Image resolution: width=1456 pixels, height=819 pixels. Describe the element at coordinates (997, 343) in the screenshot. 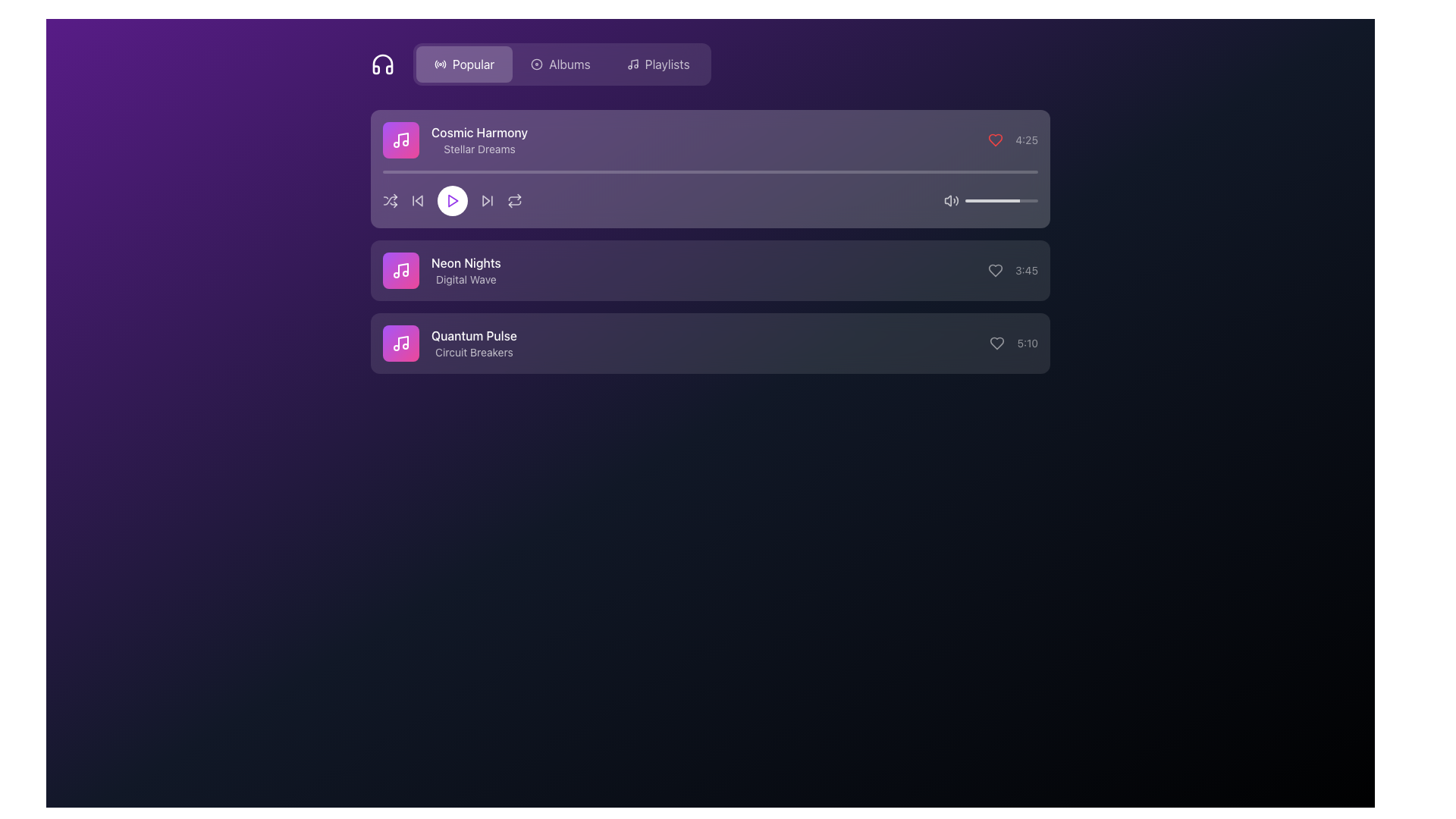

I see `the heart icon button on the far right side of the third row` at that location.